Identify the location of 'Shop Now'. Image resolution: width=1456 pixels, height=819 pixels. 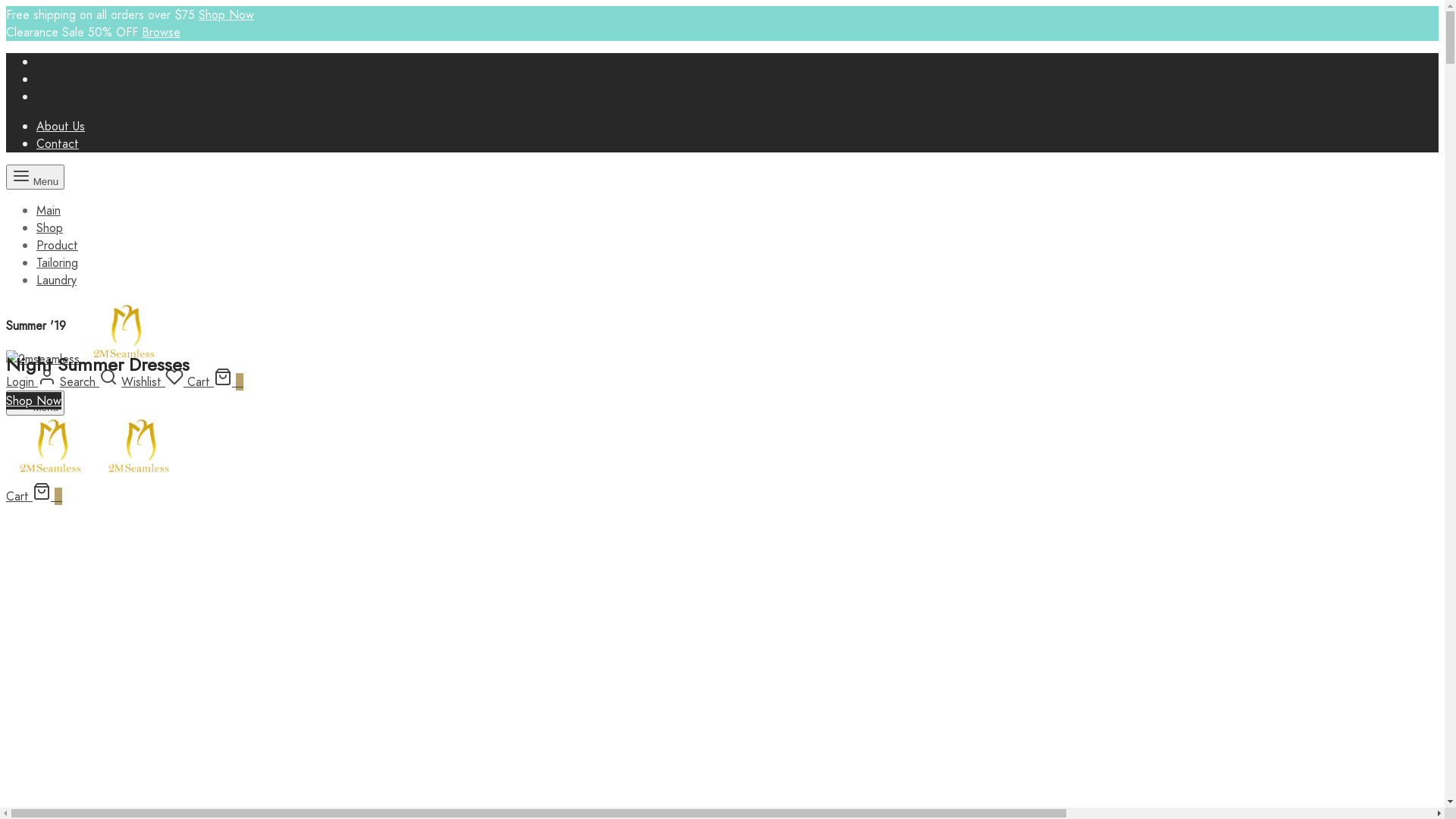
(225, 14).